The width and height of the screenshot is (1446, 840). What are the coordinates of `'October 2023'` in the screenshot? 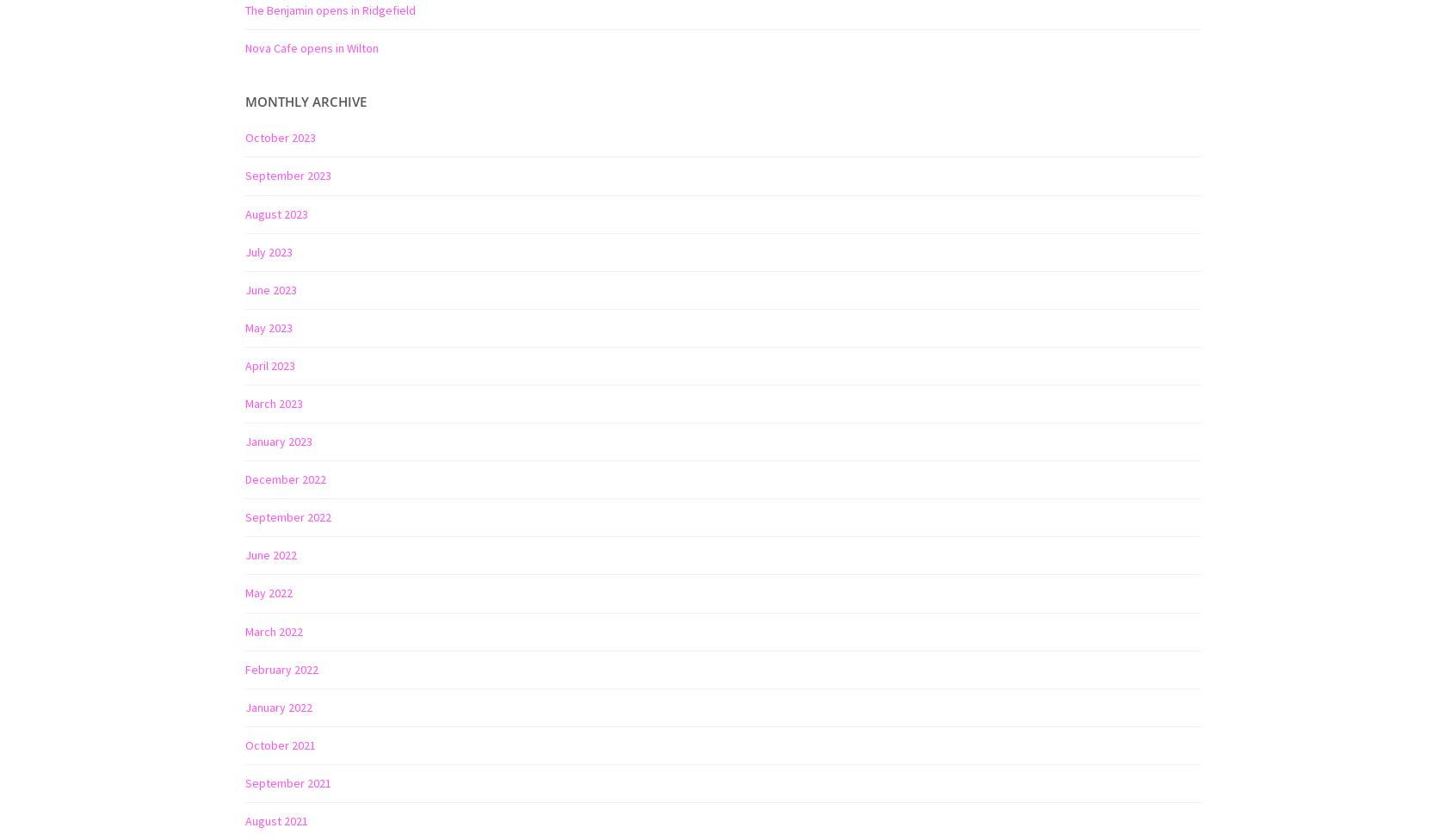 It's located at (280, 136).